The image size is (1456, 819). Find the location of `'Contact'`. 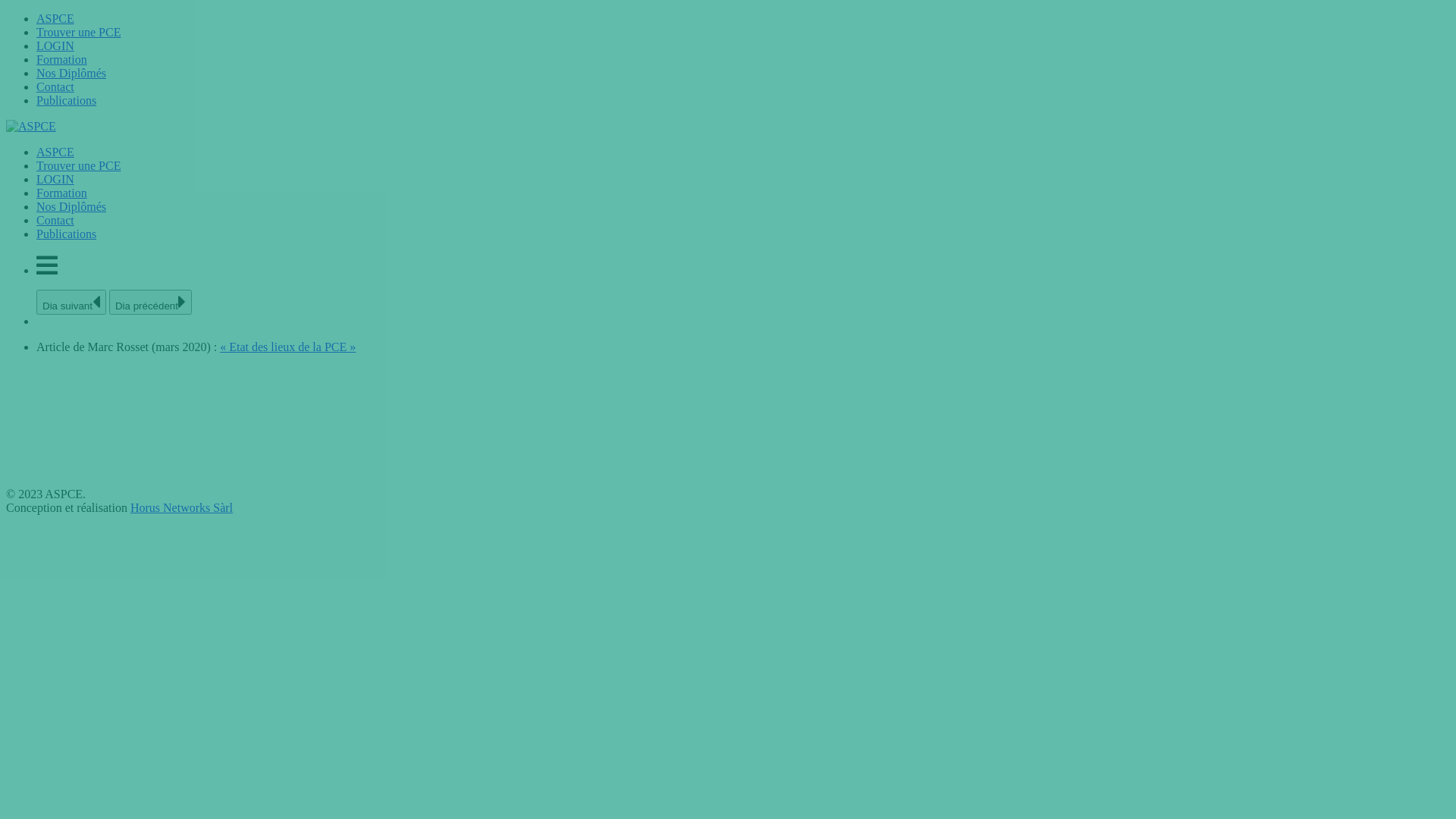

'Contact' is located at coordinates (36, 86).